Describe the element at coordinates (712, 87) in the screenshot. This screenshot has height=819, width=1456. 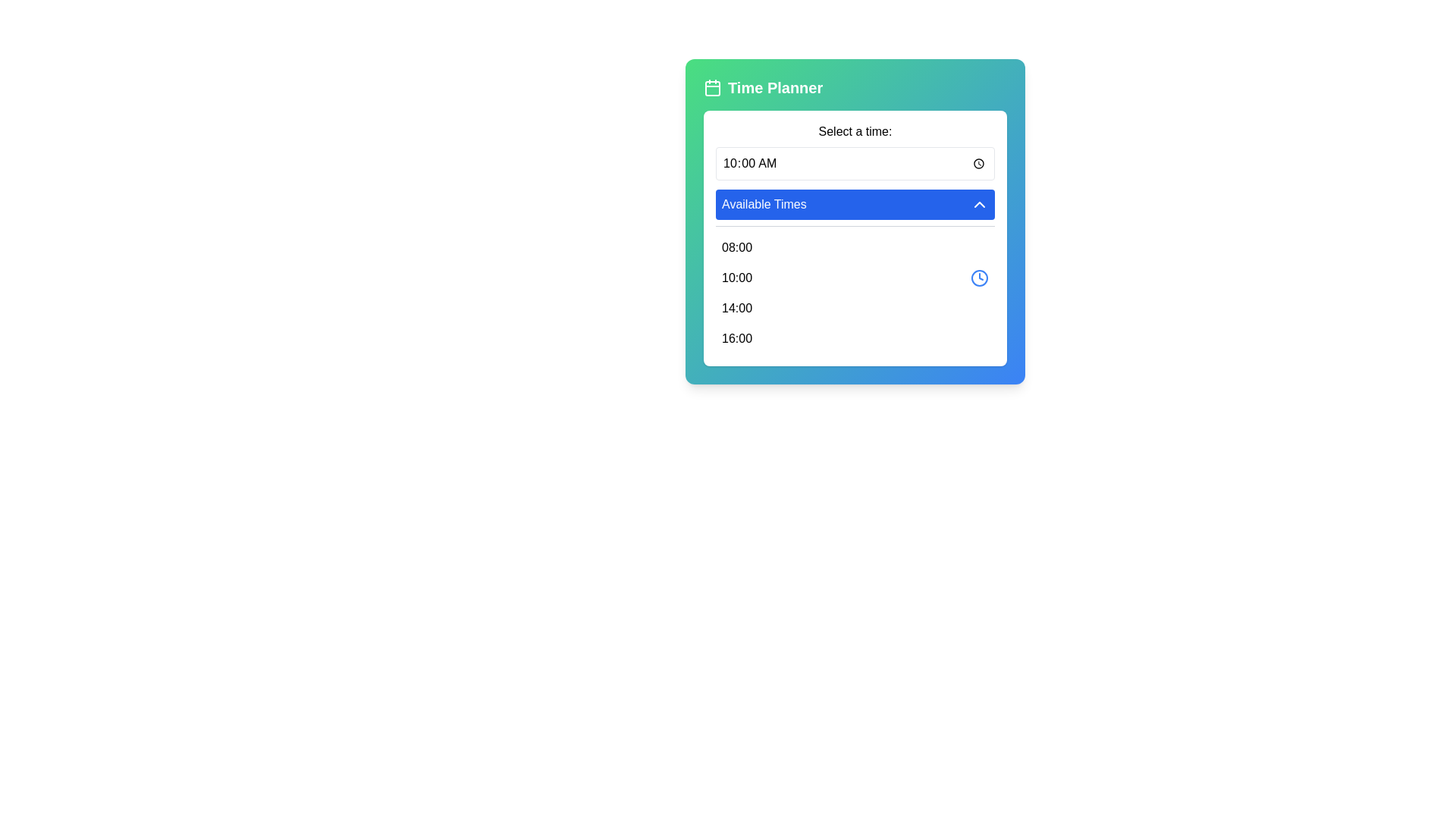
I see `the small calendar icon with a green background and white outline located to the left of the 'Time Planner' text` at that location.